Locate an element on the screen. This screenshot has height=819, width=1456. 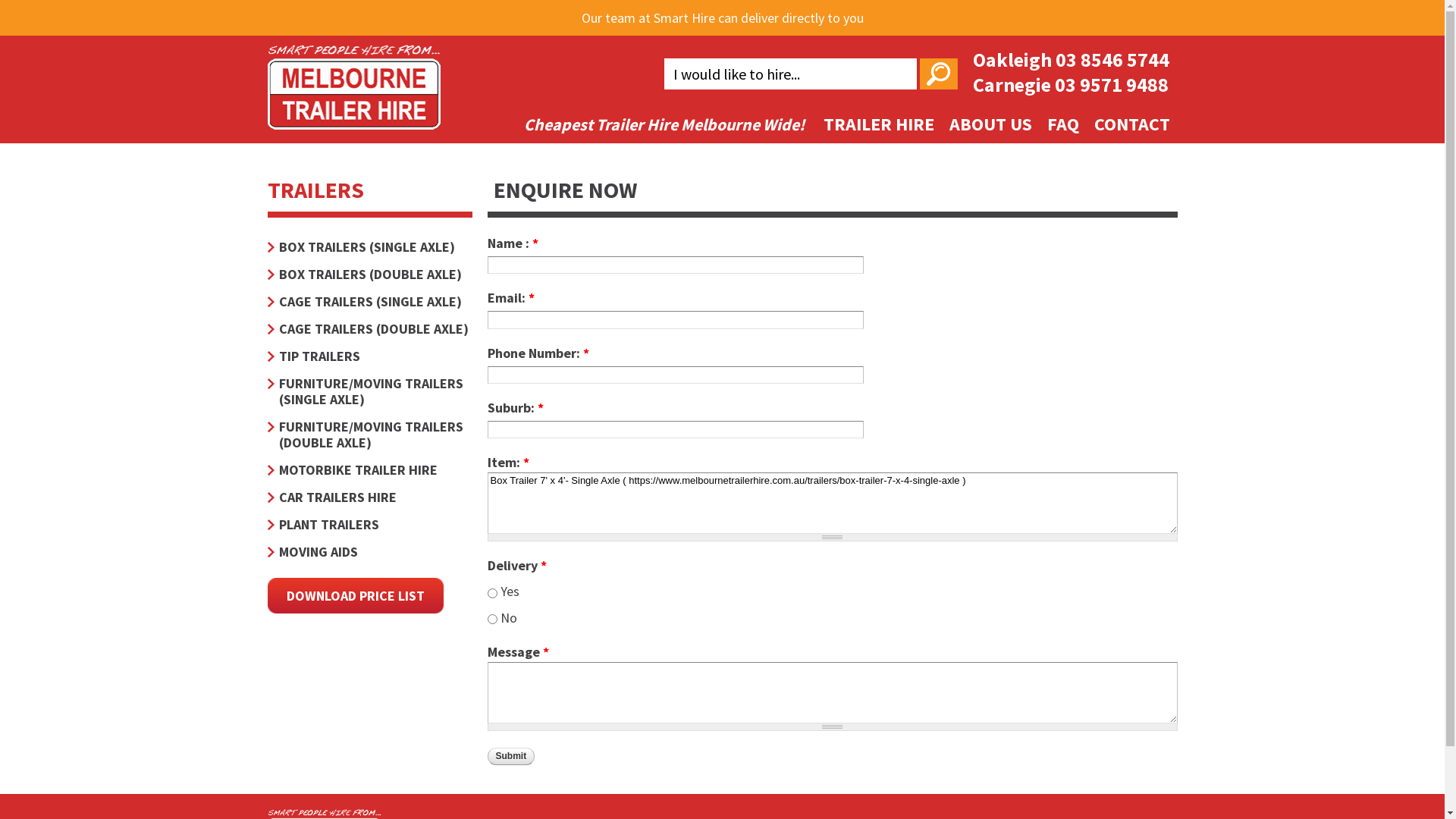
'03 8546 5744' is located at coordinates (1112, 58).